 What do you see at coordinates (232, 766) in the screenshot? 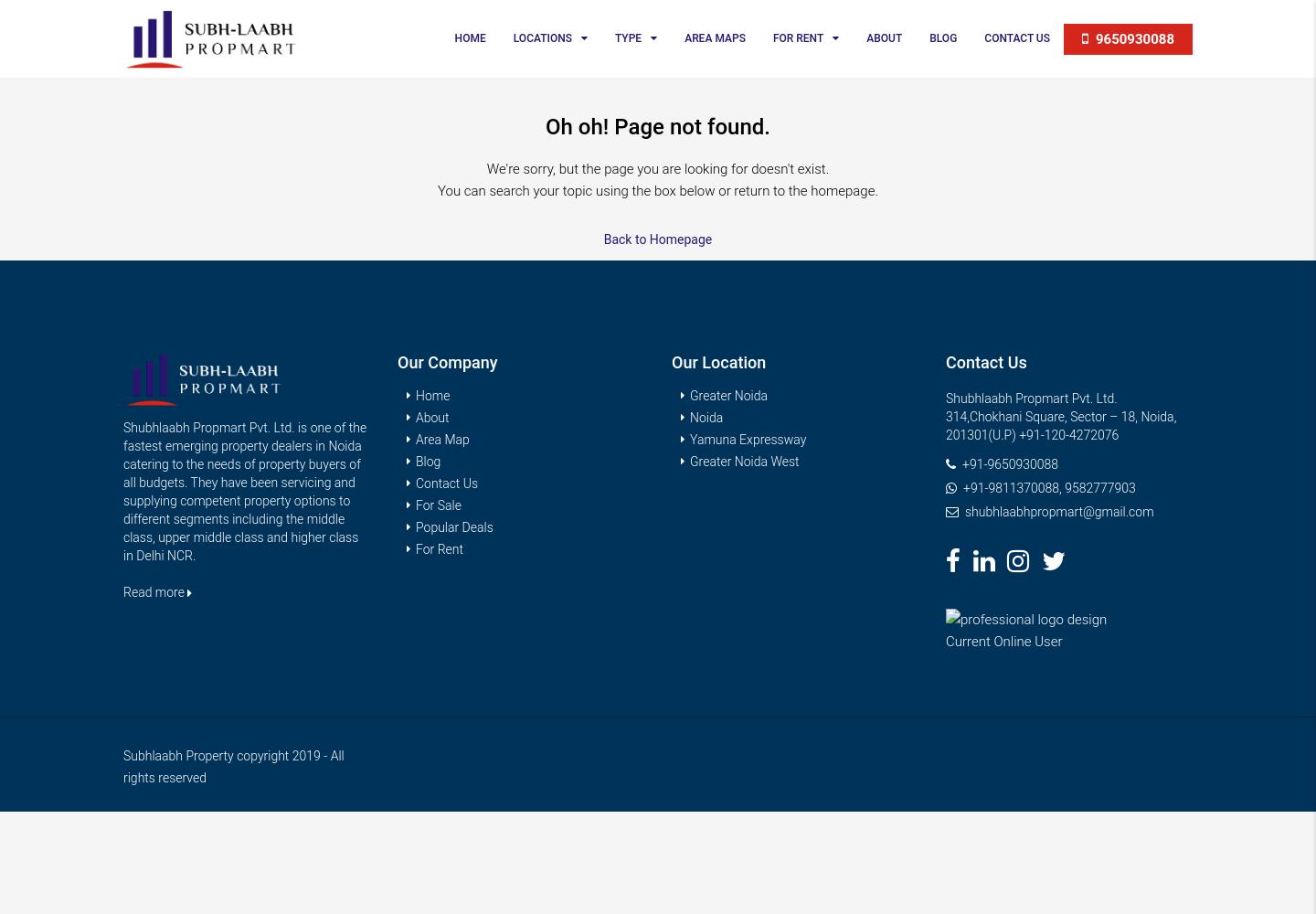
I see `'Subhlaabh Property copyright 2019 - All rights reserved'` at bounding box center [232, 766].